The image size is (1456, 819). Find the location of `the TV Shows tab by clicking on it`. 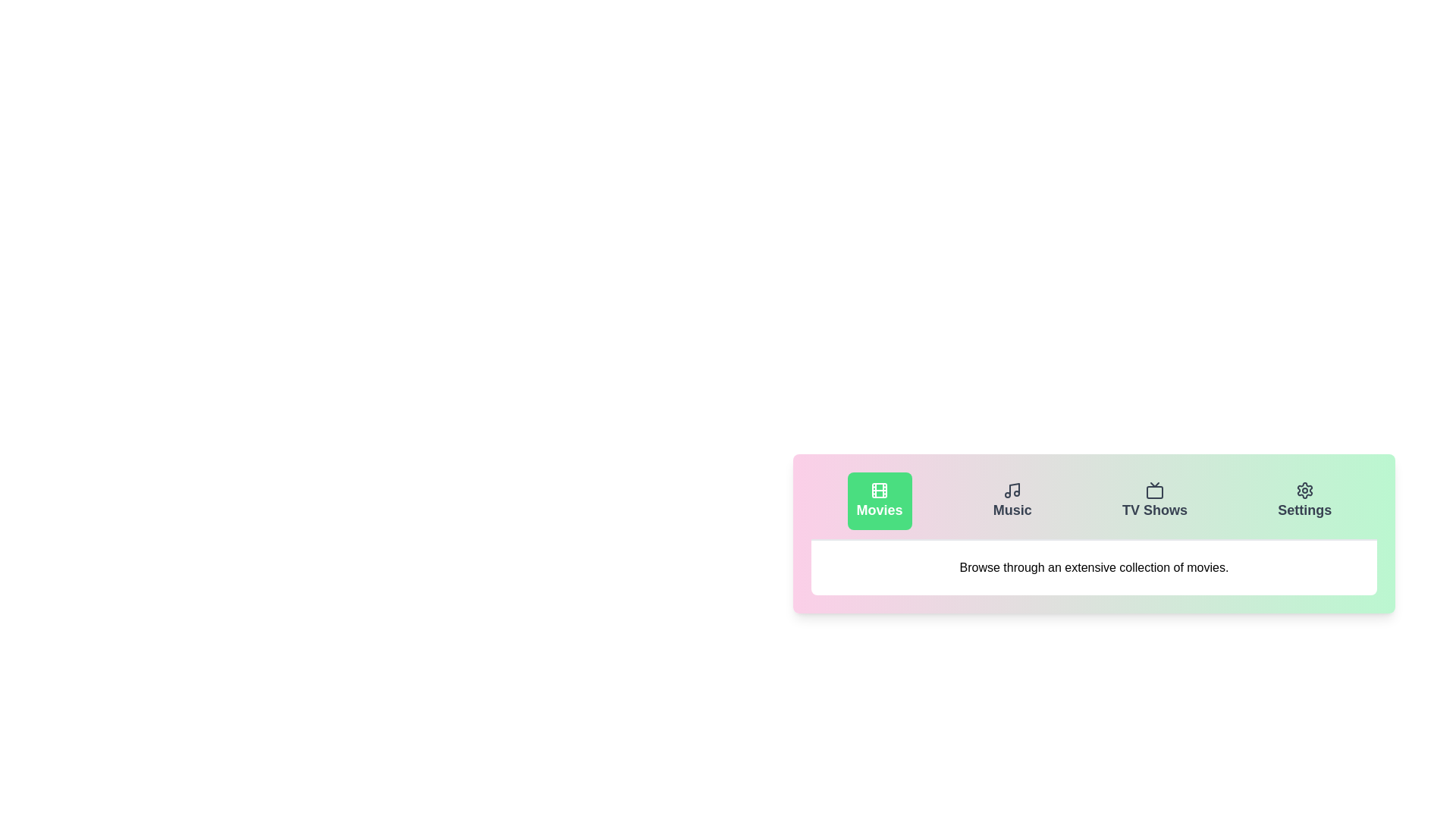

the TV Shows tab by clicking on it is located at coordinates (1154, 500).